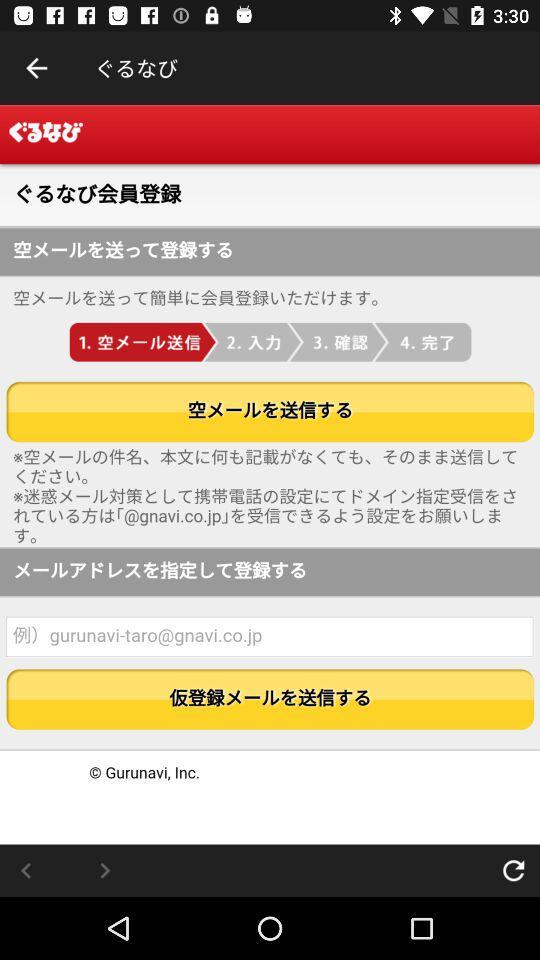 The height and width of the screenshot is (960, 540). What do you see at coordinates (25, 869) in the screenshot?
I see `the arrow_backward icon` at bounding box center [25, 869].